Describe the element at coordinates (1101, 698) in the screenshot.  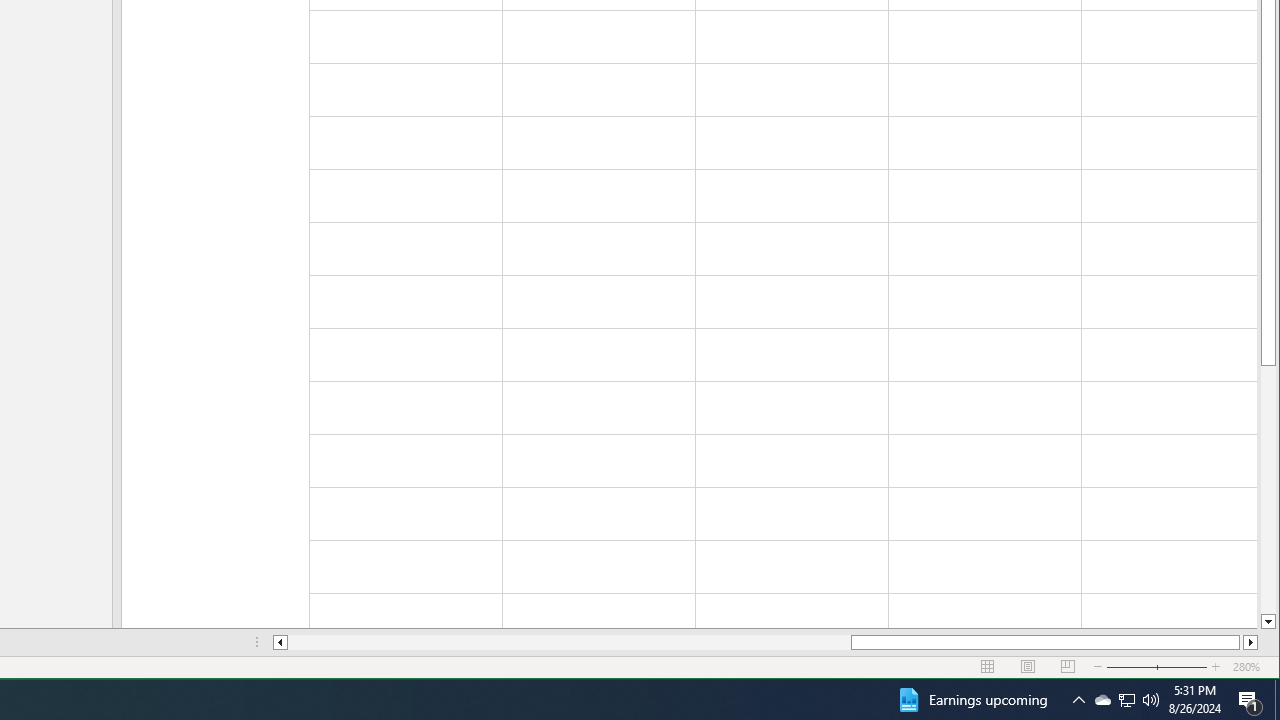
I see `'User Promoted Notification Area'` at that location.